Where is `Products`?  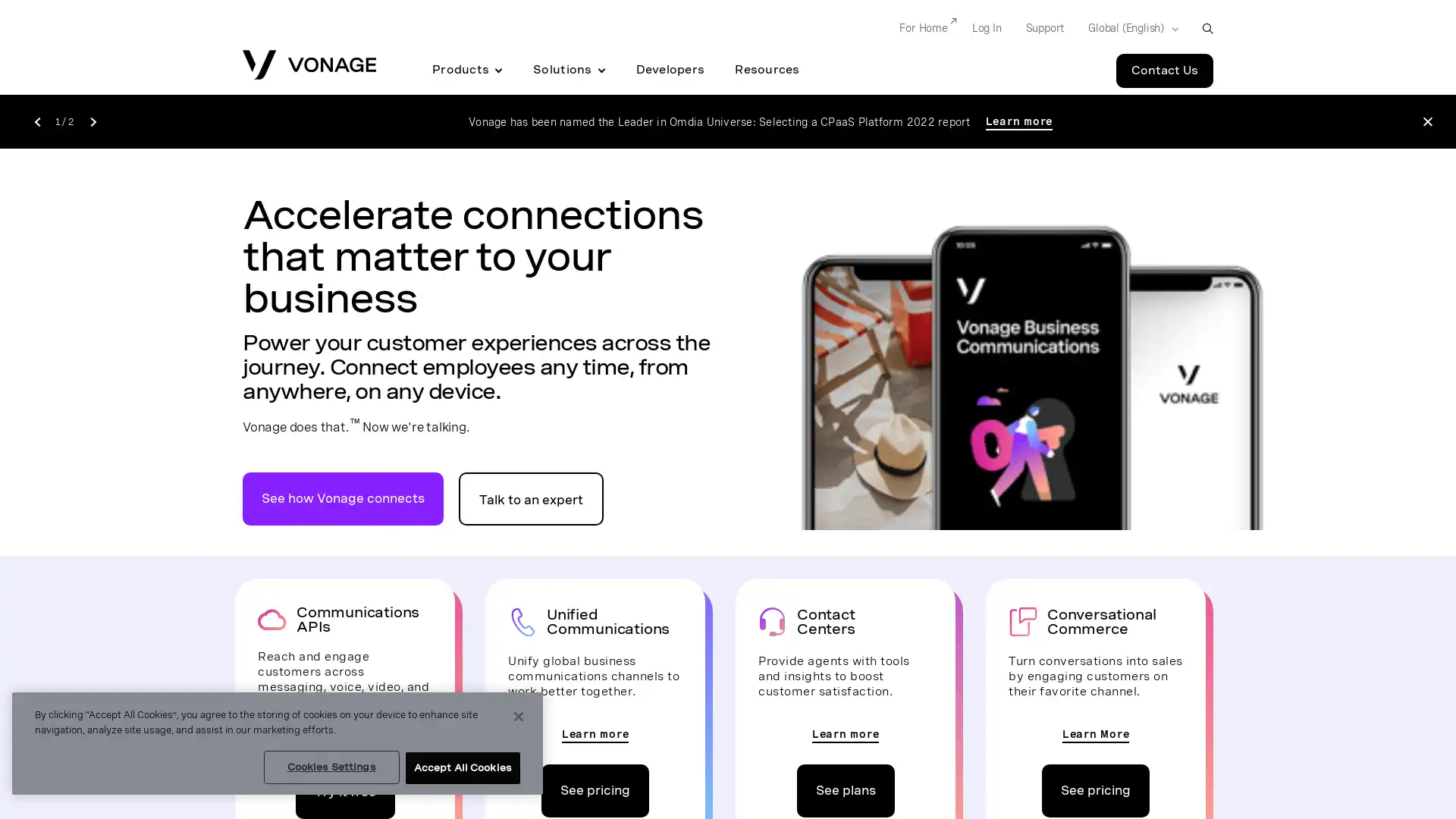 Products is located at coordinates (466, 70).